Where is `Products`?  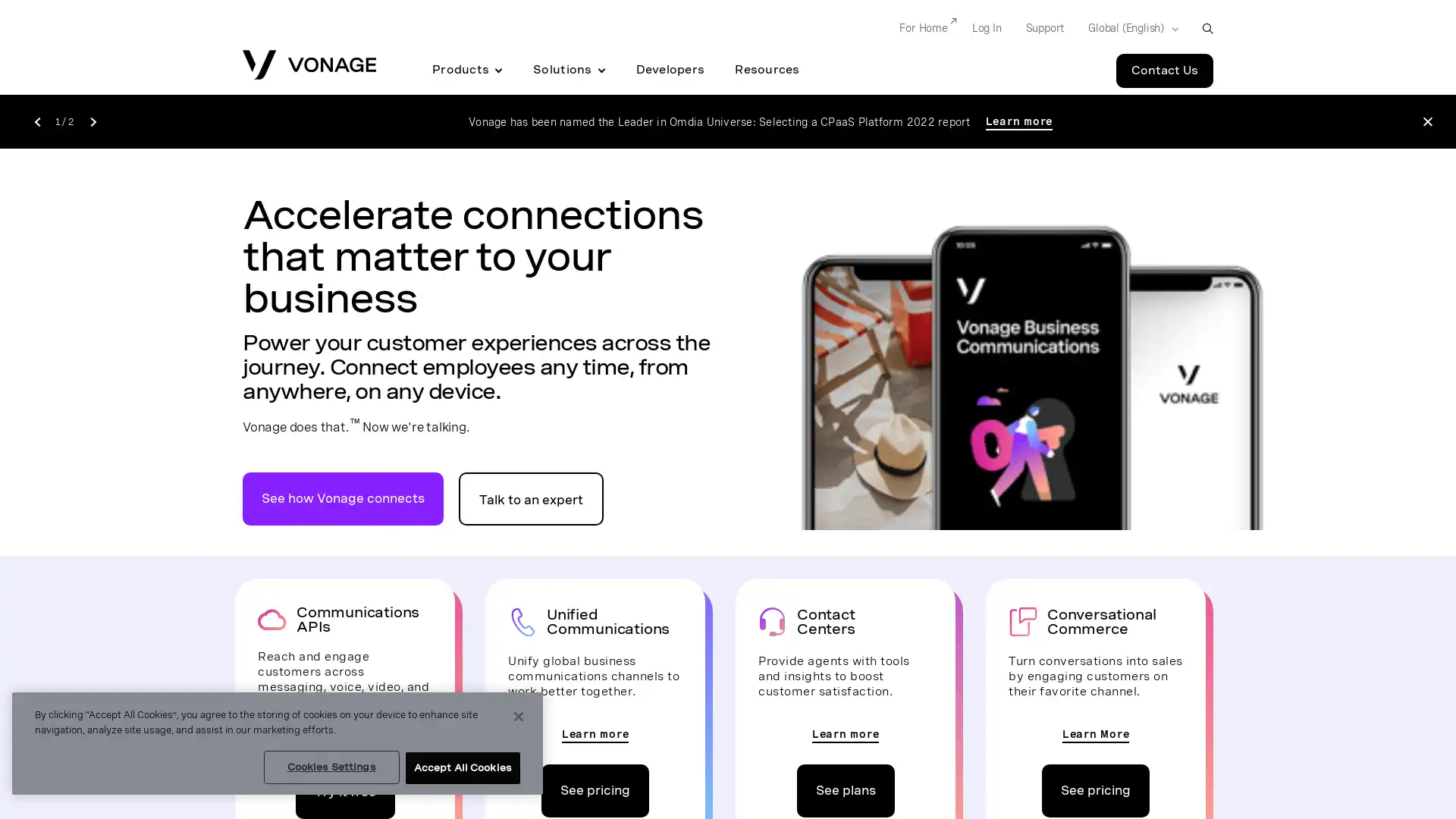 Products is located at coordinates (466, 70).